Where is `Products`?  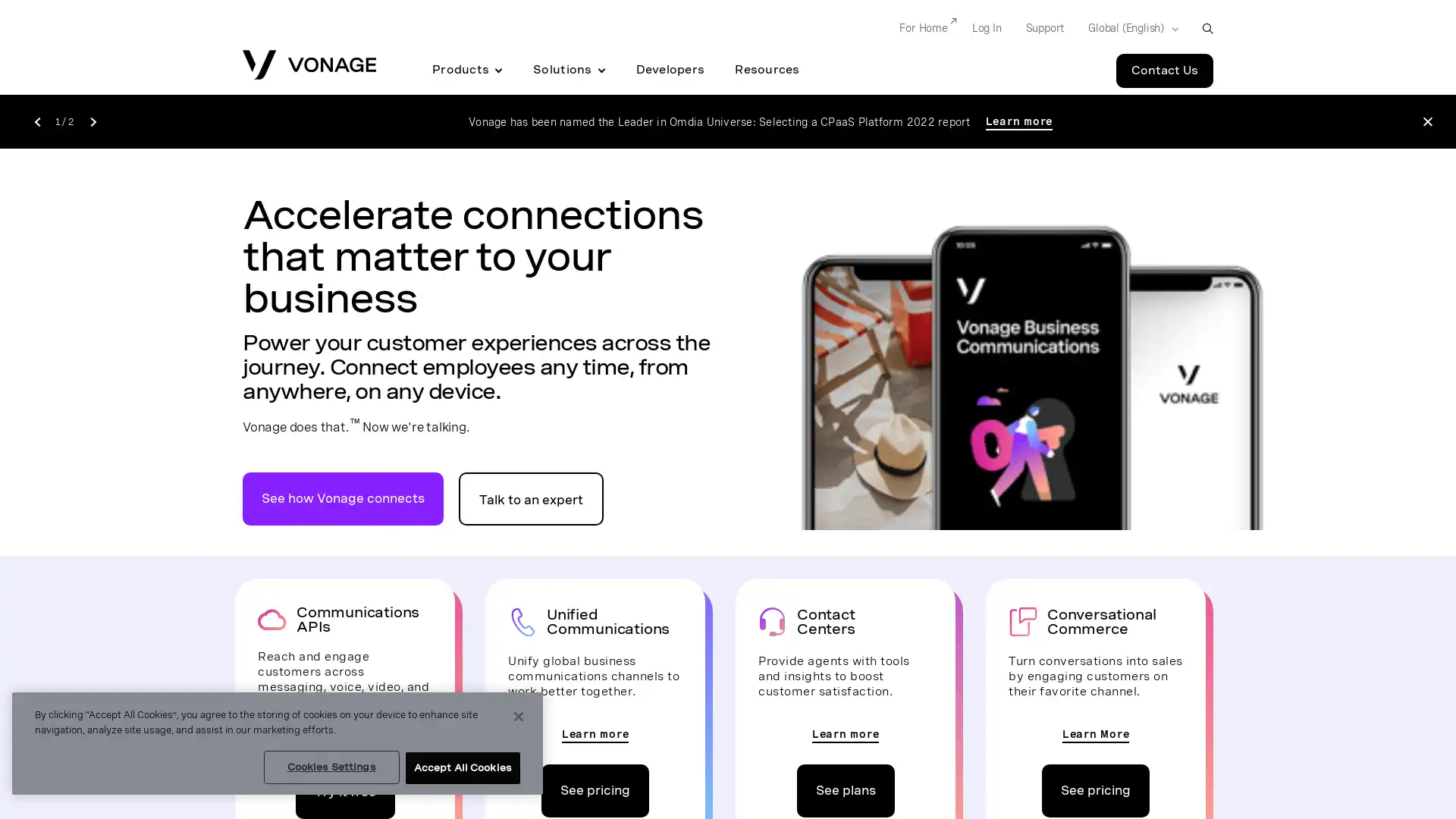 Products is located at coordinates (466, 70).